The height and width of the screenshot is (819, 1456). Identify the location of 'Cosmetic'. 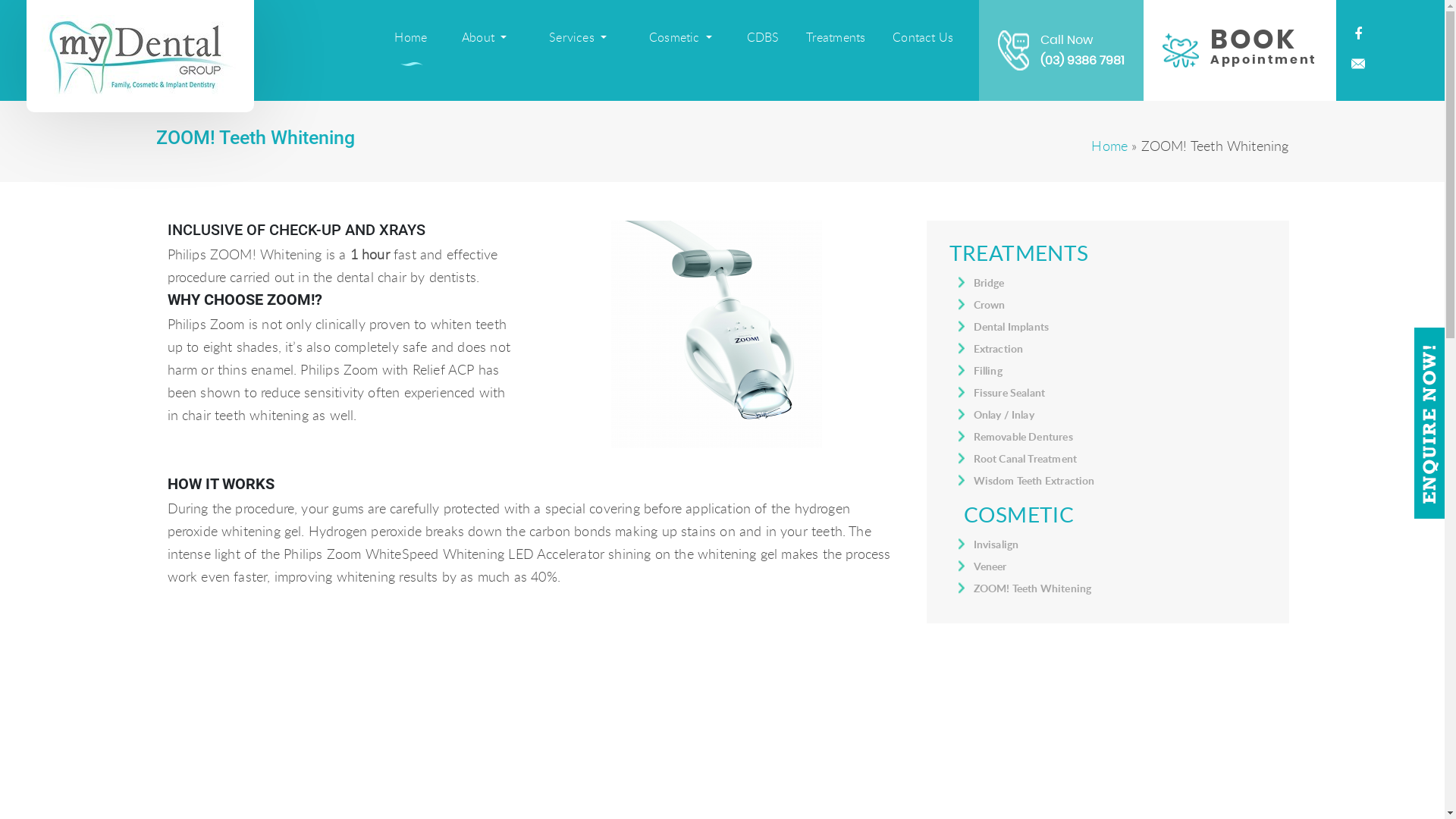
(679, 36).